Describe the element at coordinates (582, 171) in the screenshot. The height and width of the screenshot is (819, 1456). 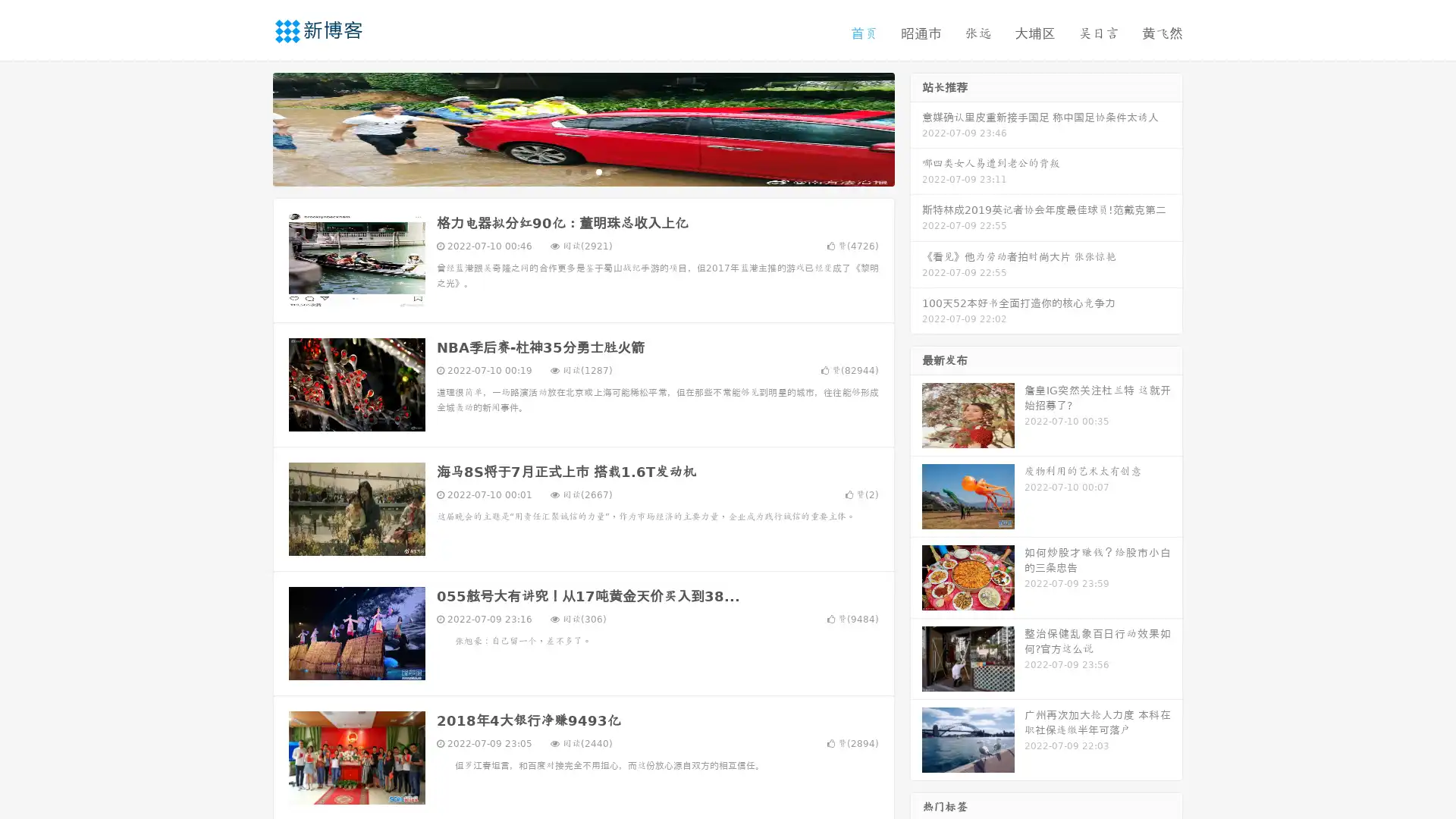
I see `Go to slide 2` at that location.